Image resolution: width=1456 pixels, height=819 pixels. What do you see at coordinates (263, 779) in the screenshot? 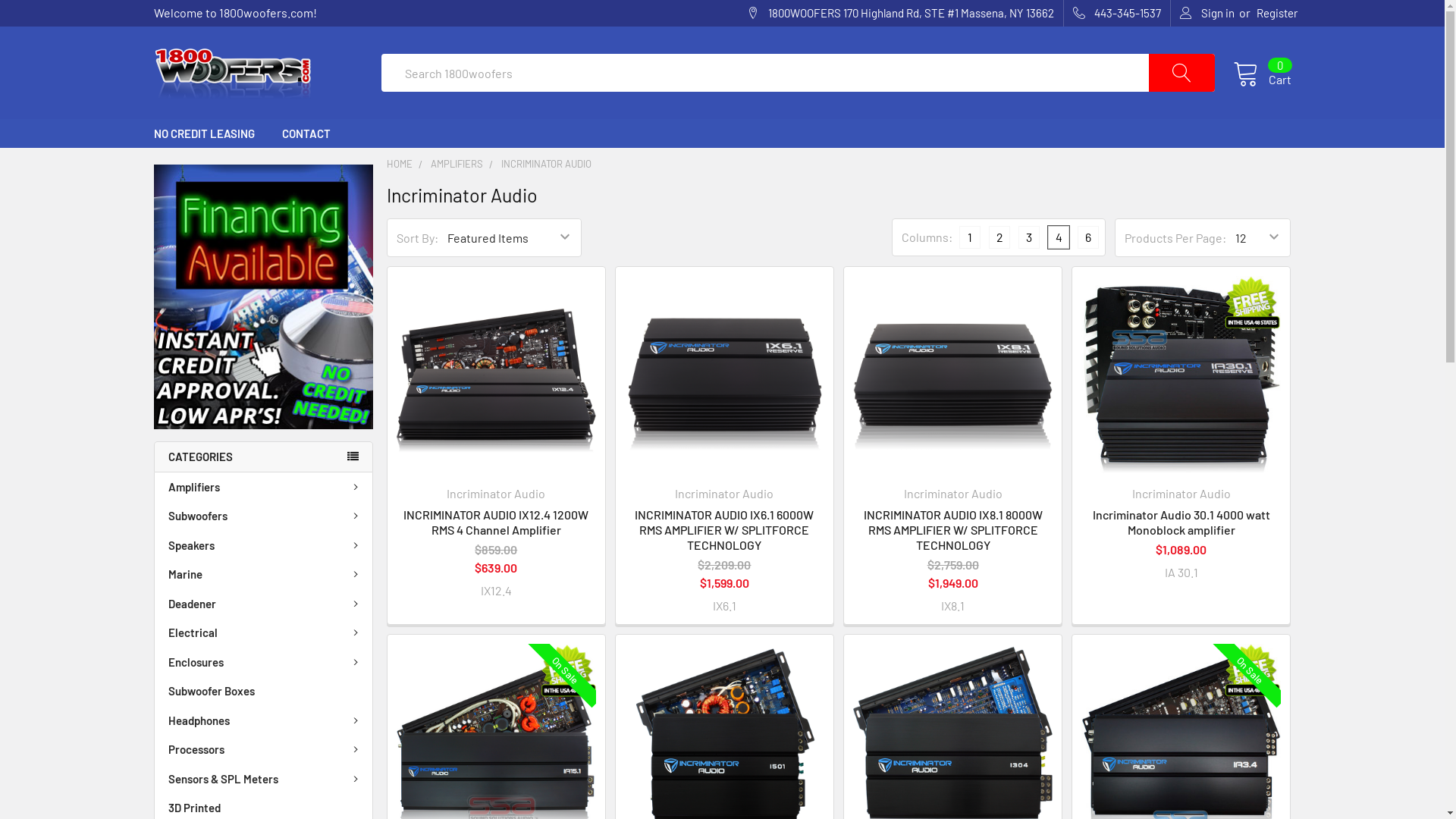
I see `'Sensors & SPL Meters'` at bounding box center [263, 779].